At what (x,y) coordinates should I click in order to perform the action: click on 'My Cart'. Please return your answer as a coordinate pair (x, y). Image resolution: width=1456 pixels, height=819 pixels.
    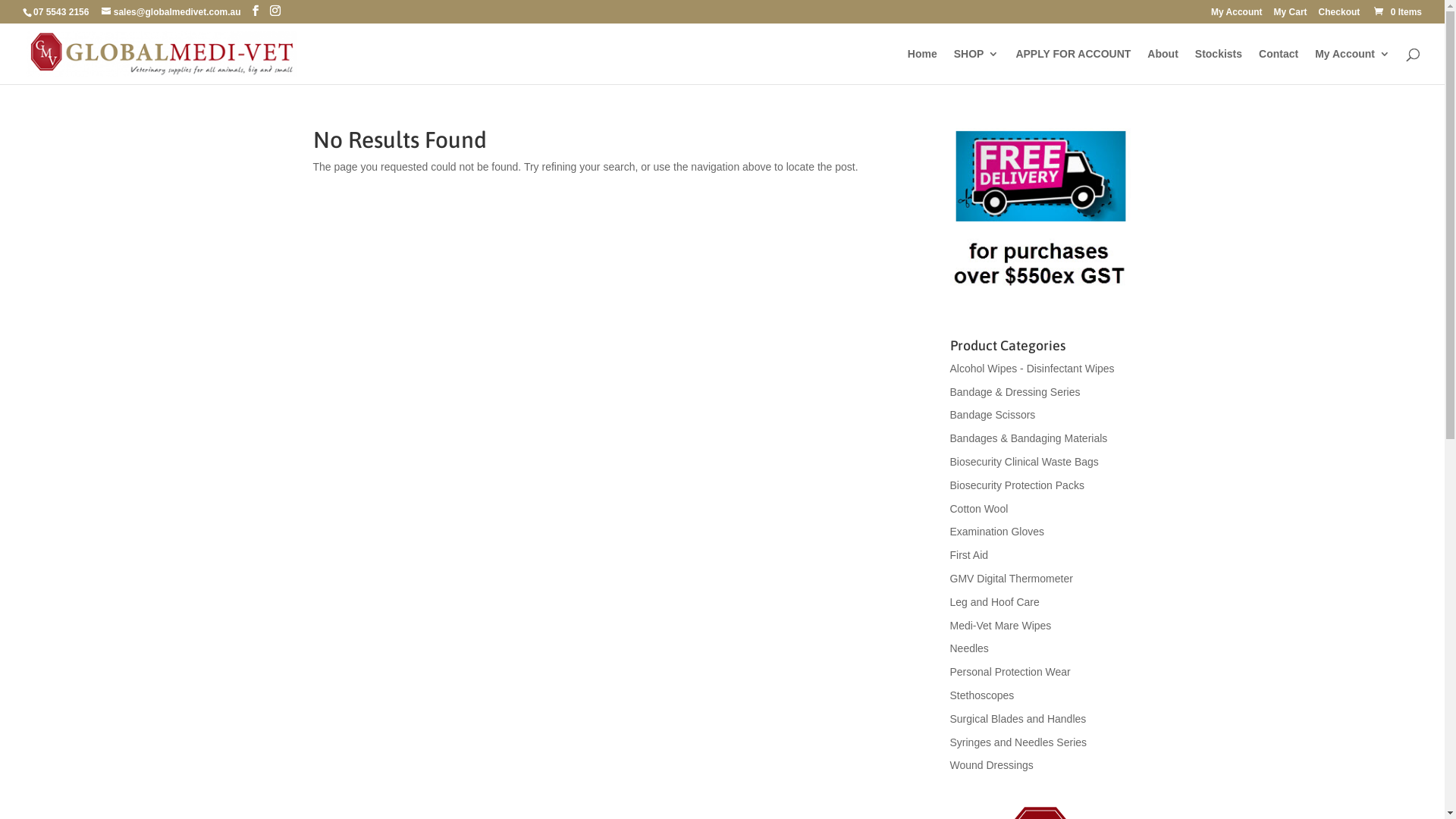
    Looking at the image, I should click on (1274, 15).